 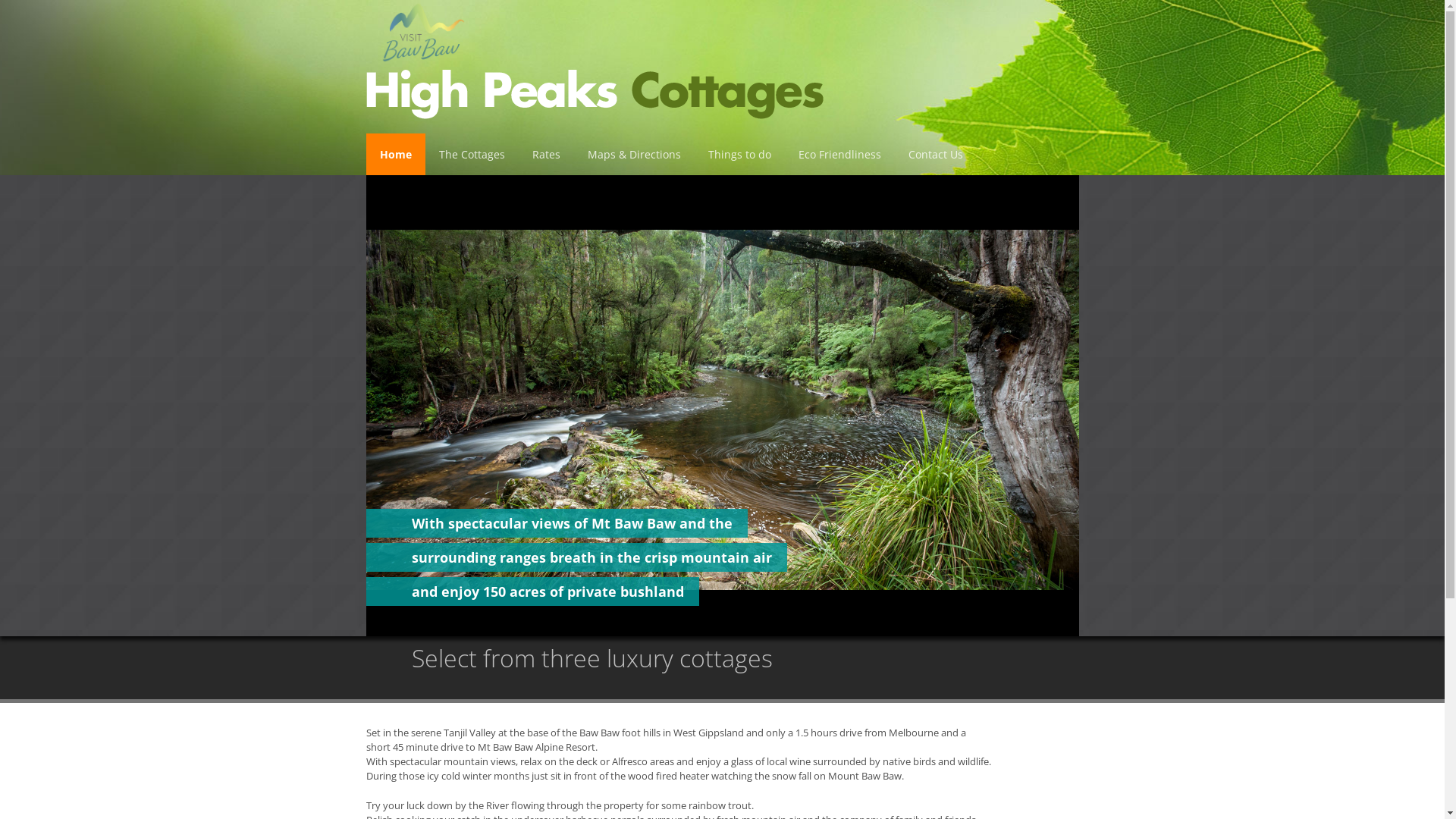 I want to click on 'Eco Friendliness', so click(x=838, y=154).